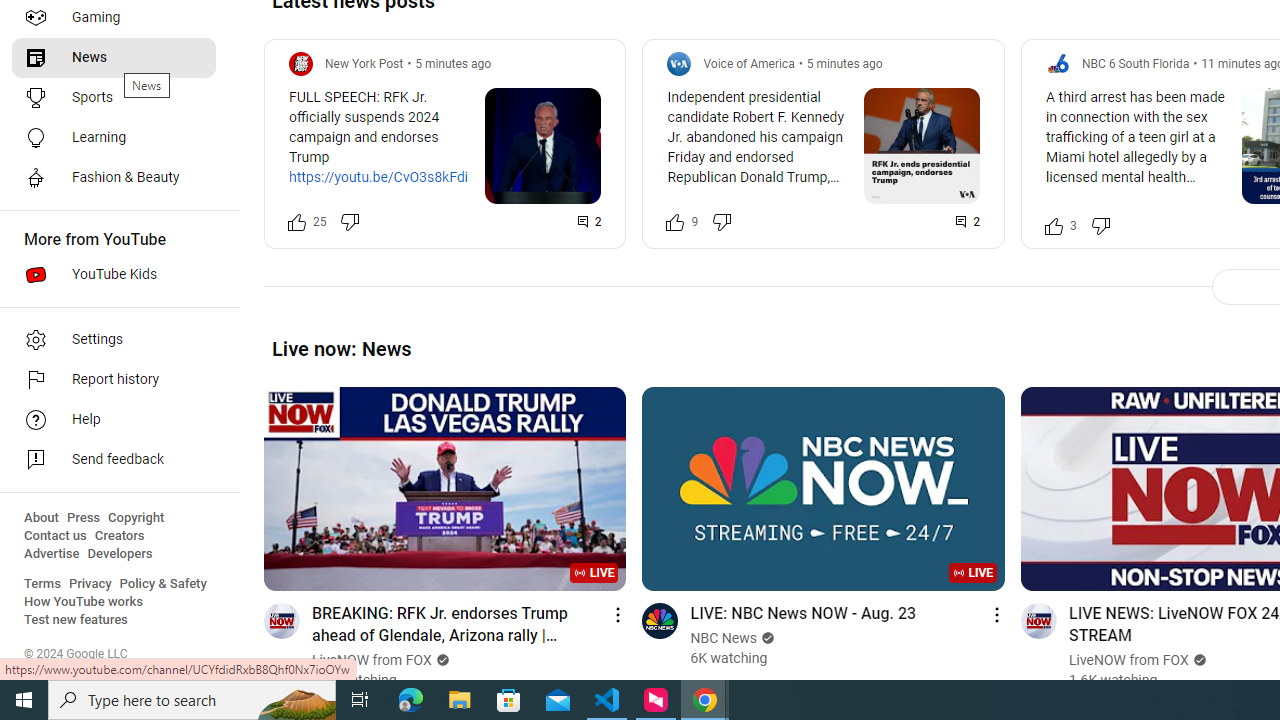 This screenshot has height=720, width=1280. Describe the element at coordinates (383, 176) in the screenshot. I see `'https://youtu.be/CvO3s8kFdiU'` at that location.